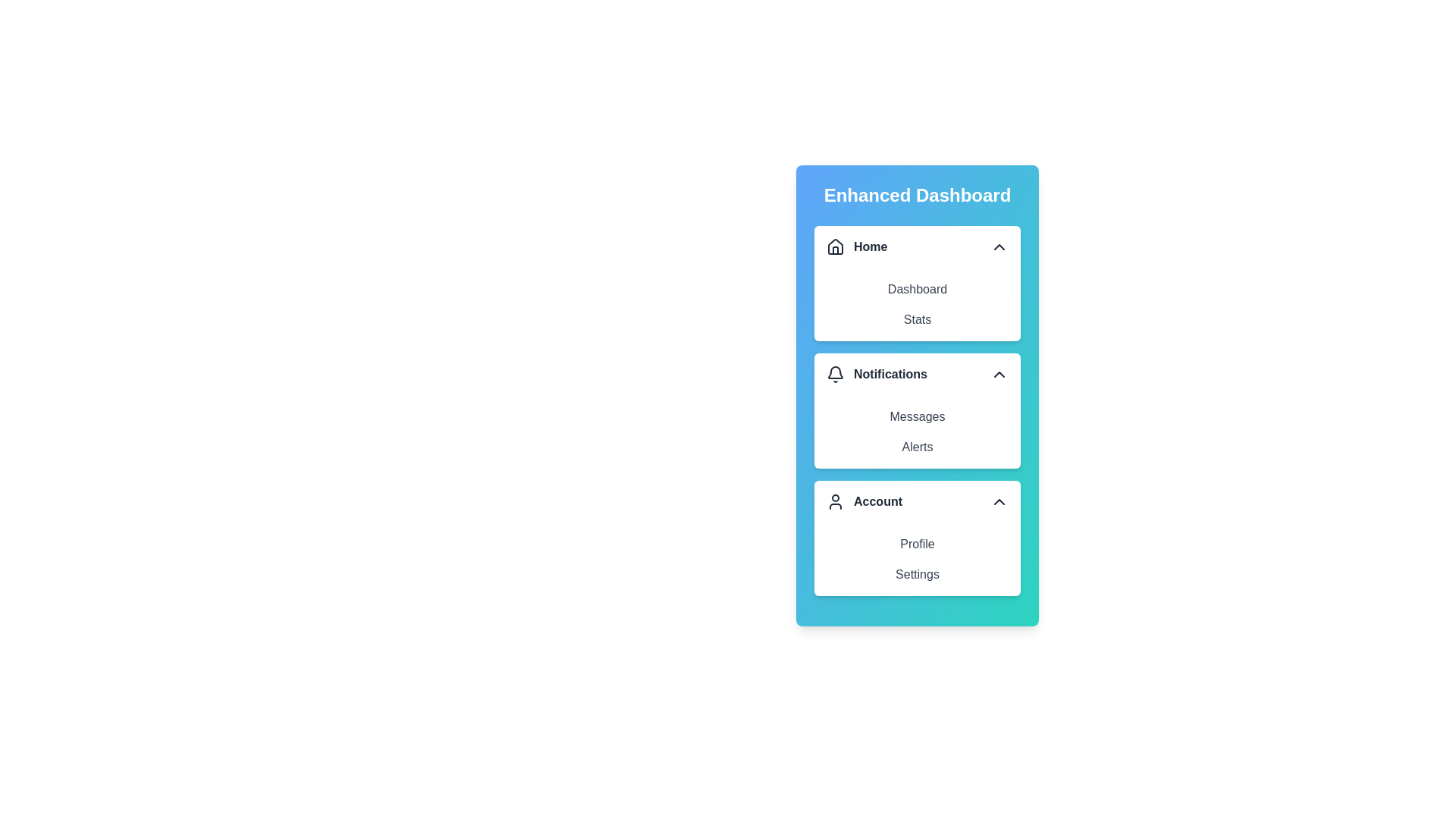  I want to click on the text element 'Enhanced Dashboard', so click(916, 195).